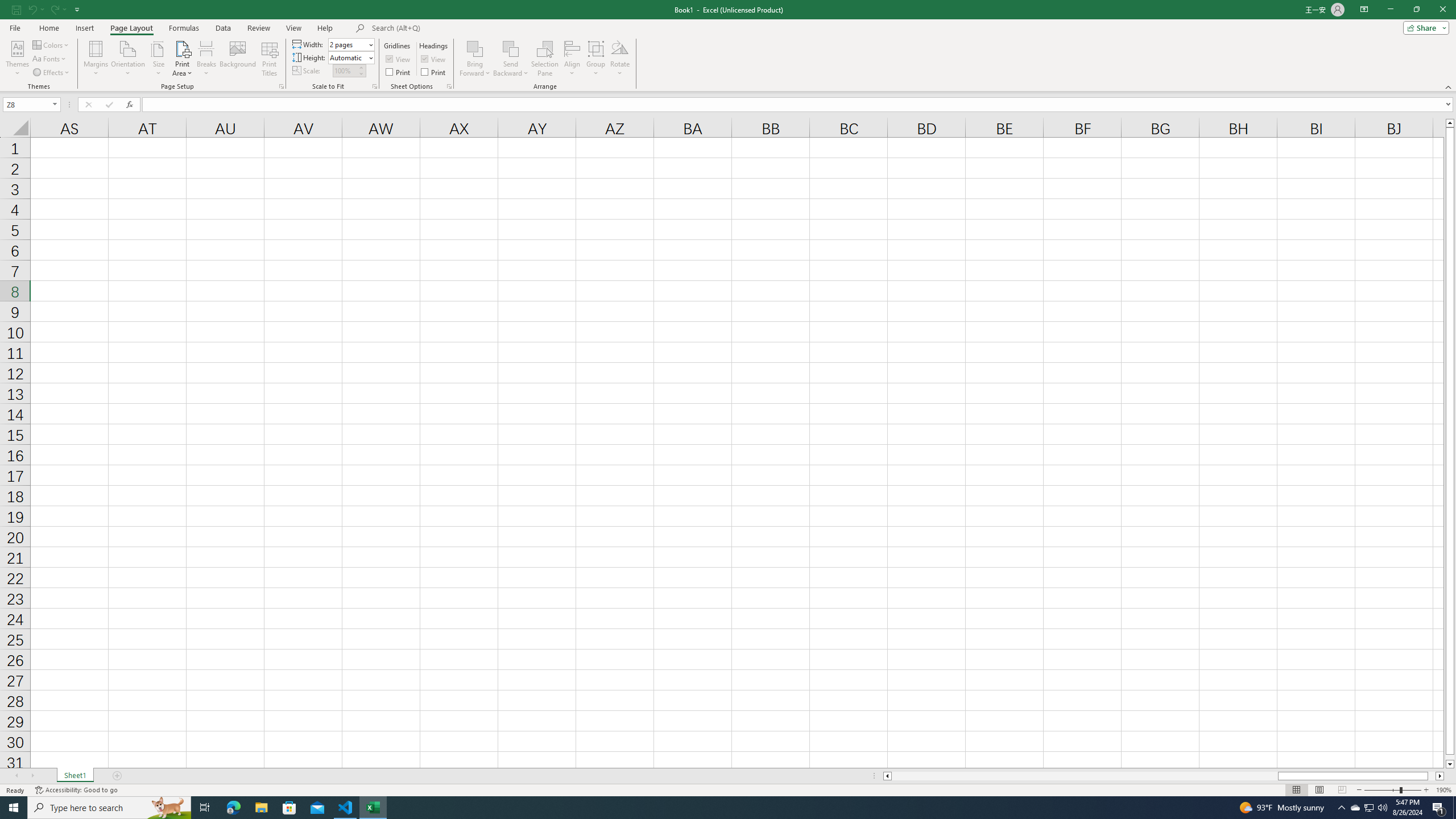 The image size is (1456, 819). I want to click on 'Width', so click(348, 44).